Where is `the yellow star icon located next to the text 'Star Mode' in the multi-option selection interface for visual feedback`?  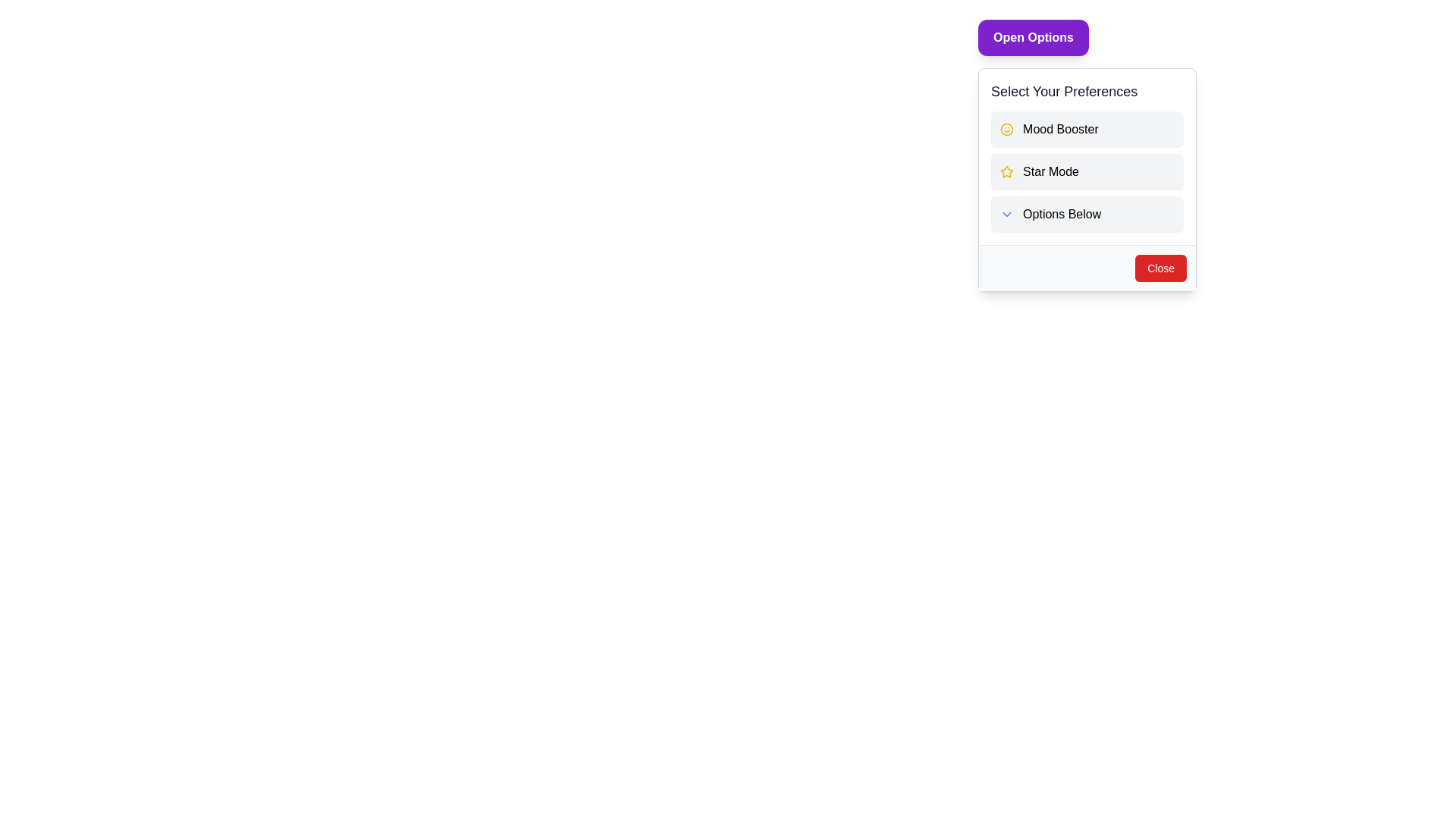 the yellow star icon located next to the text 'Star Mode' in the multi-option selection interface for visual feedback is located at coordinates (1007, 171).